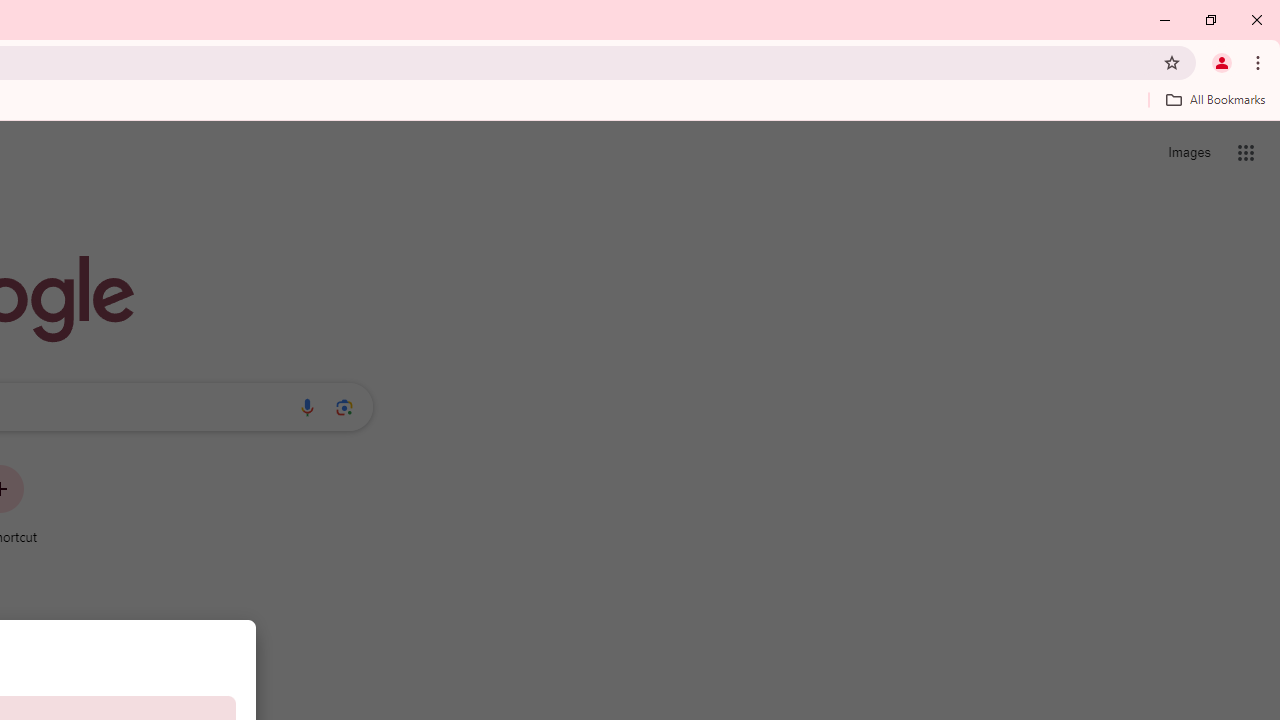  I want to click on 'All Bookmarks', so click(1214, 99).